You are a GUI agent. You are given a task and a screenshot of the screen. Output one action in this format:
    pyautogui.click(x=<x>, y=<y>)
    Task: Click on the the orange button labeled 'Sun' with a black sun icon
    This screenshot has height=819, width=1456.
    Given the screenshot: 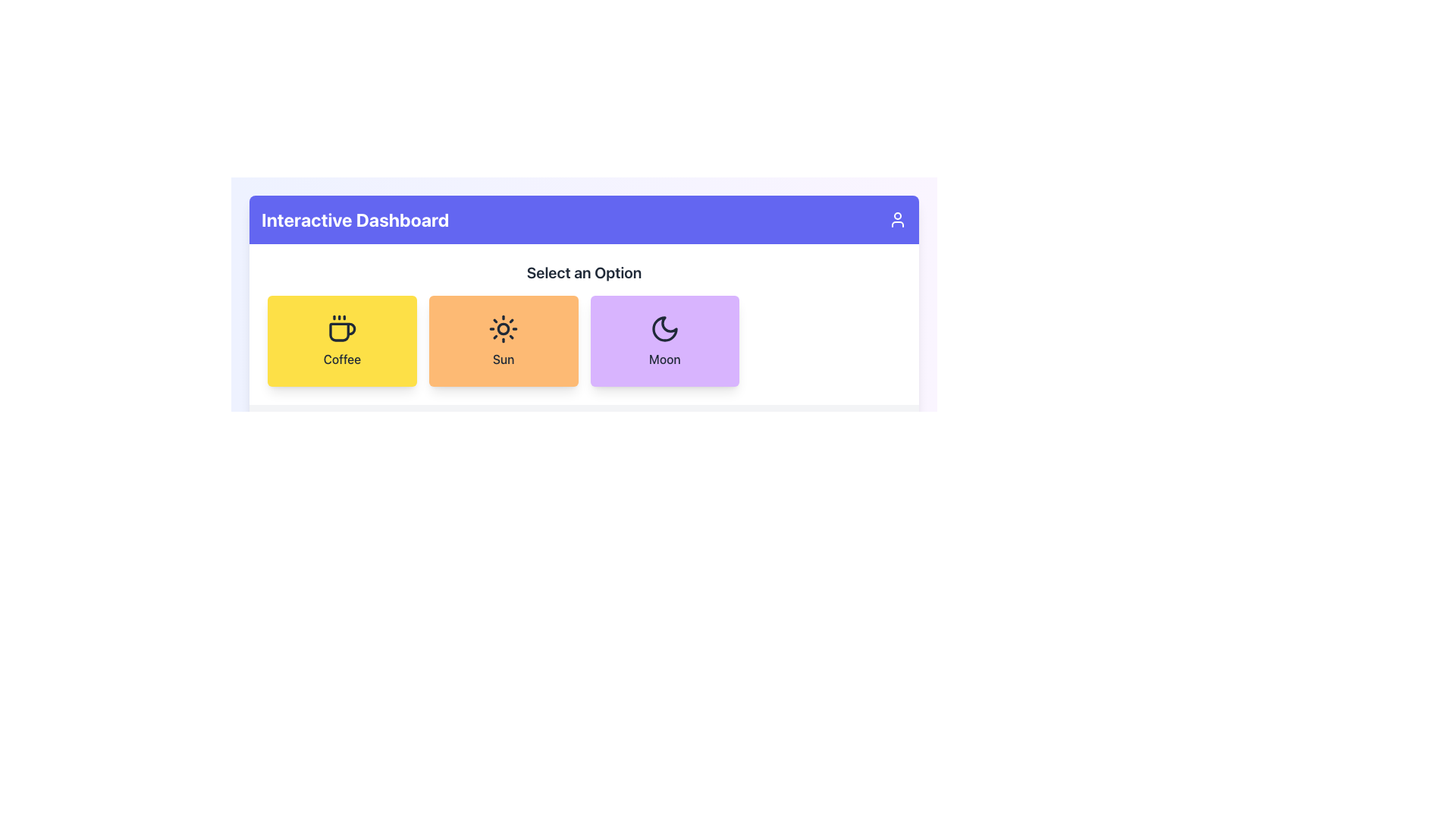 What is the action you would take?
    pyautogui.click(x=504, y=341)
    